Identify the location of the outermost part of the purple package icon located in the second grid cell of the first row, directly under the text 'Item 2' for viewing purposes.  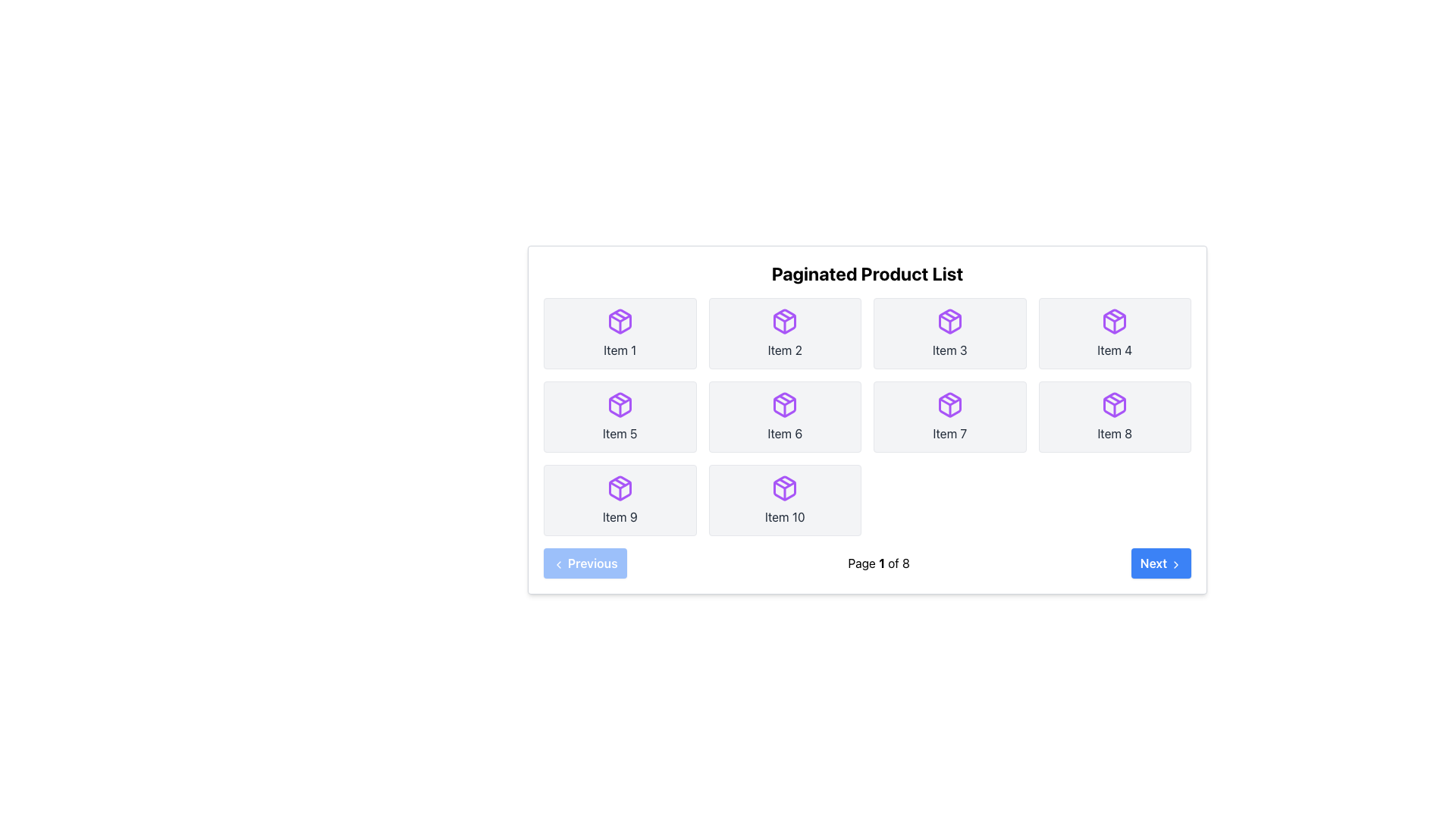
(785, 321).